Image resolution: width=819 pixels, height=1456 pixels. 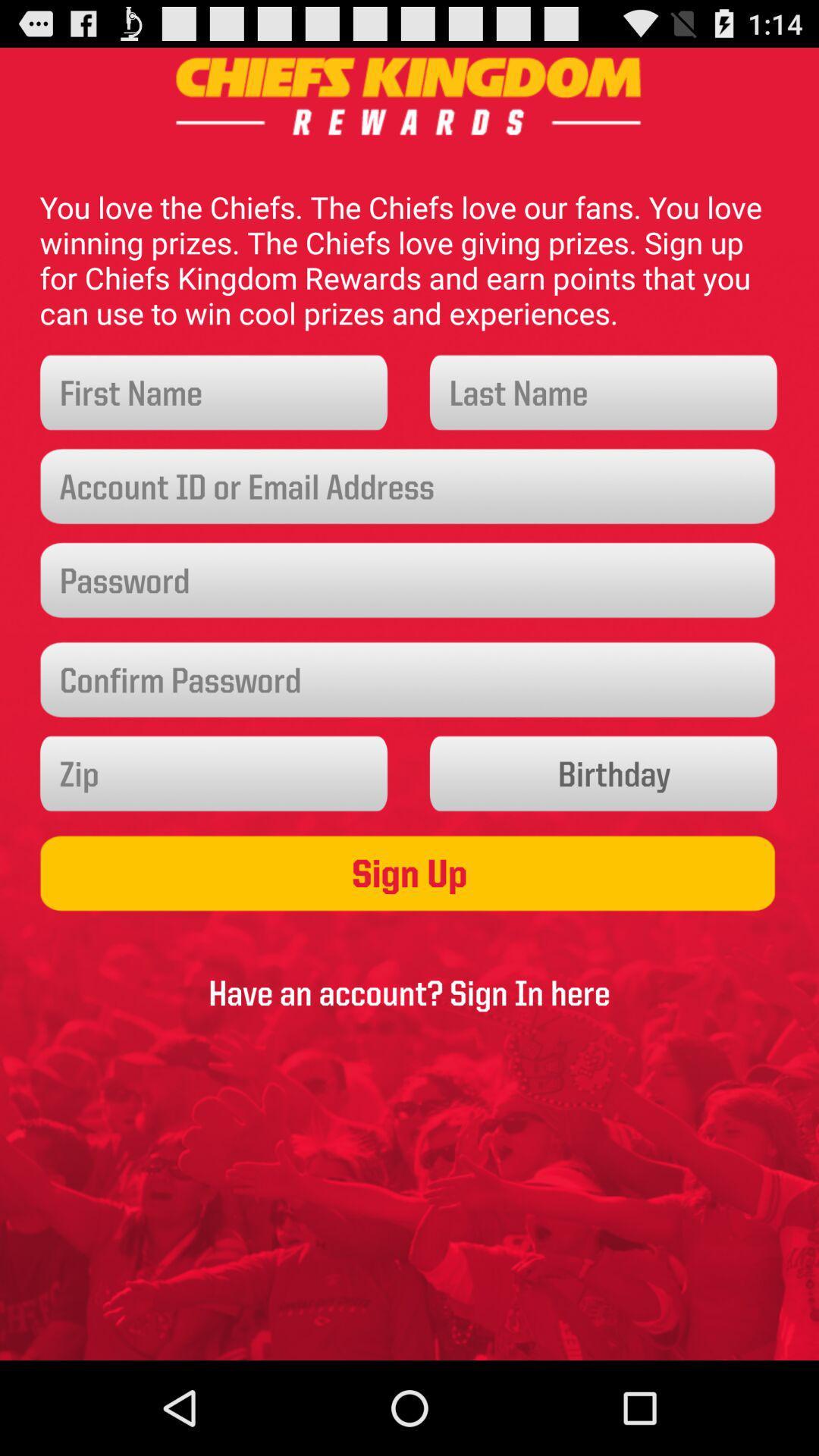 What do you see at coordinates (215, 393) in the screenshot?
I see `name field` at bounding box center [215, 393].